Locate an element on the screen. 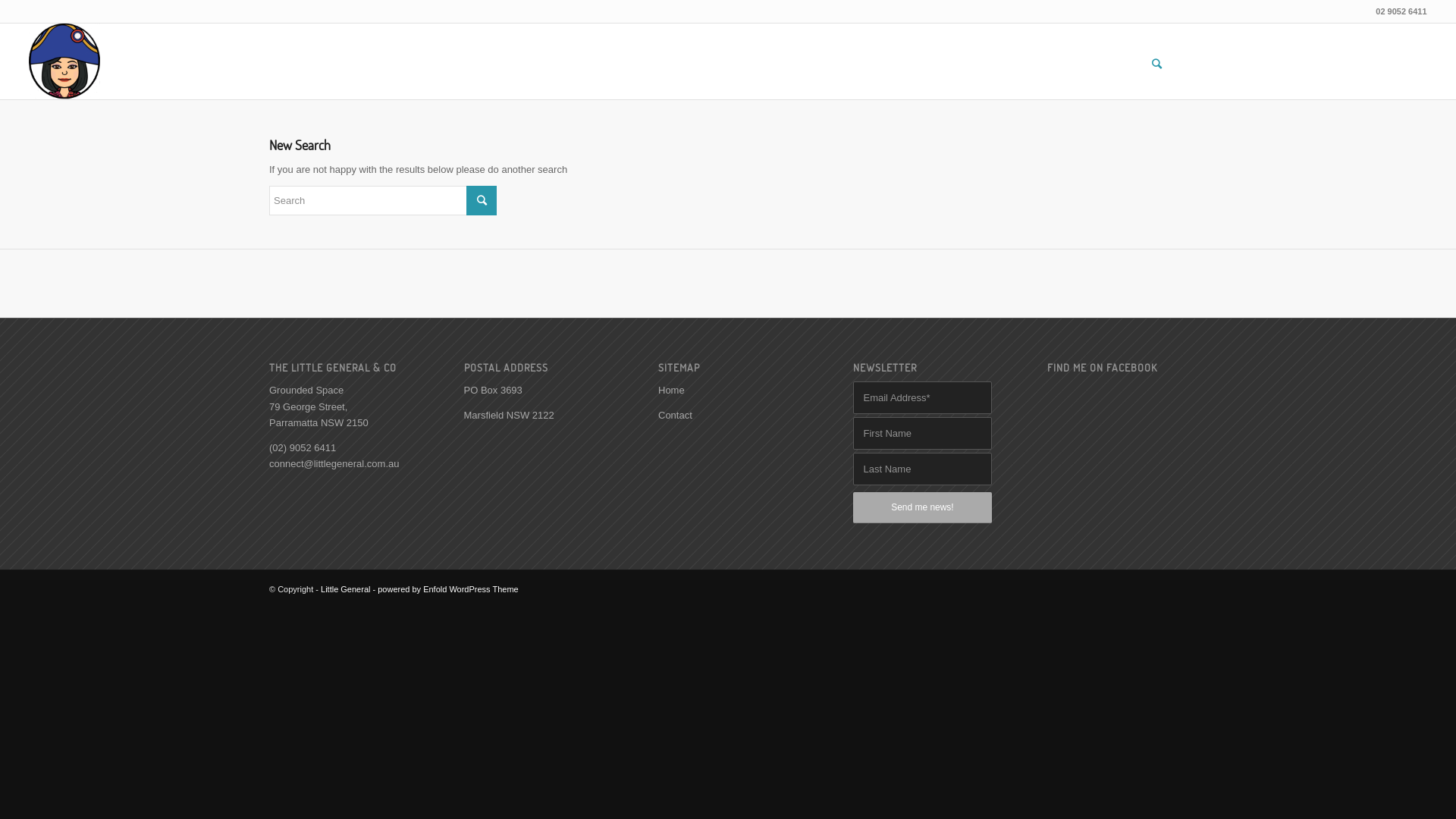 The height and width of the screenshot is (819, 1456). 'Products' is located at coordinates (1231, 37).